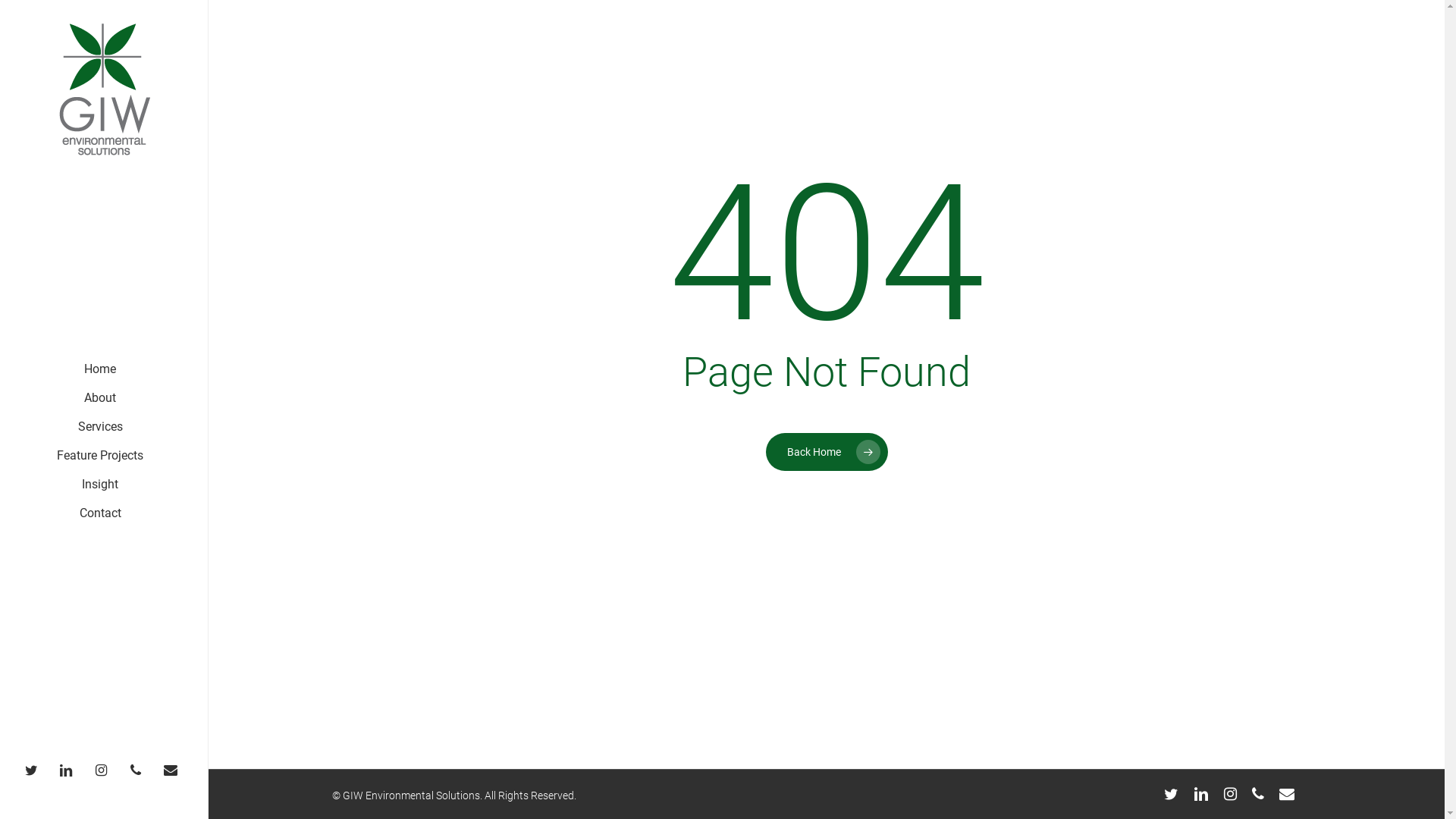  Describe the element at coordinates (99, 397) in the screenshot. I see `'About'` at that location.